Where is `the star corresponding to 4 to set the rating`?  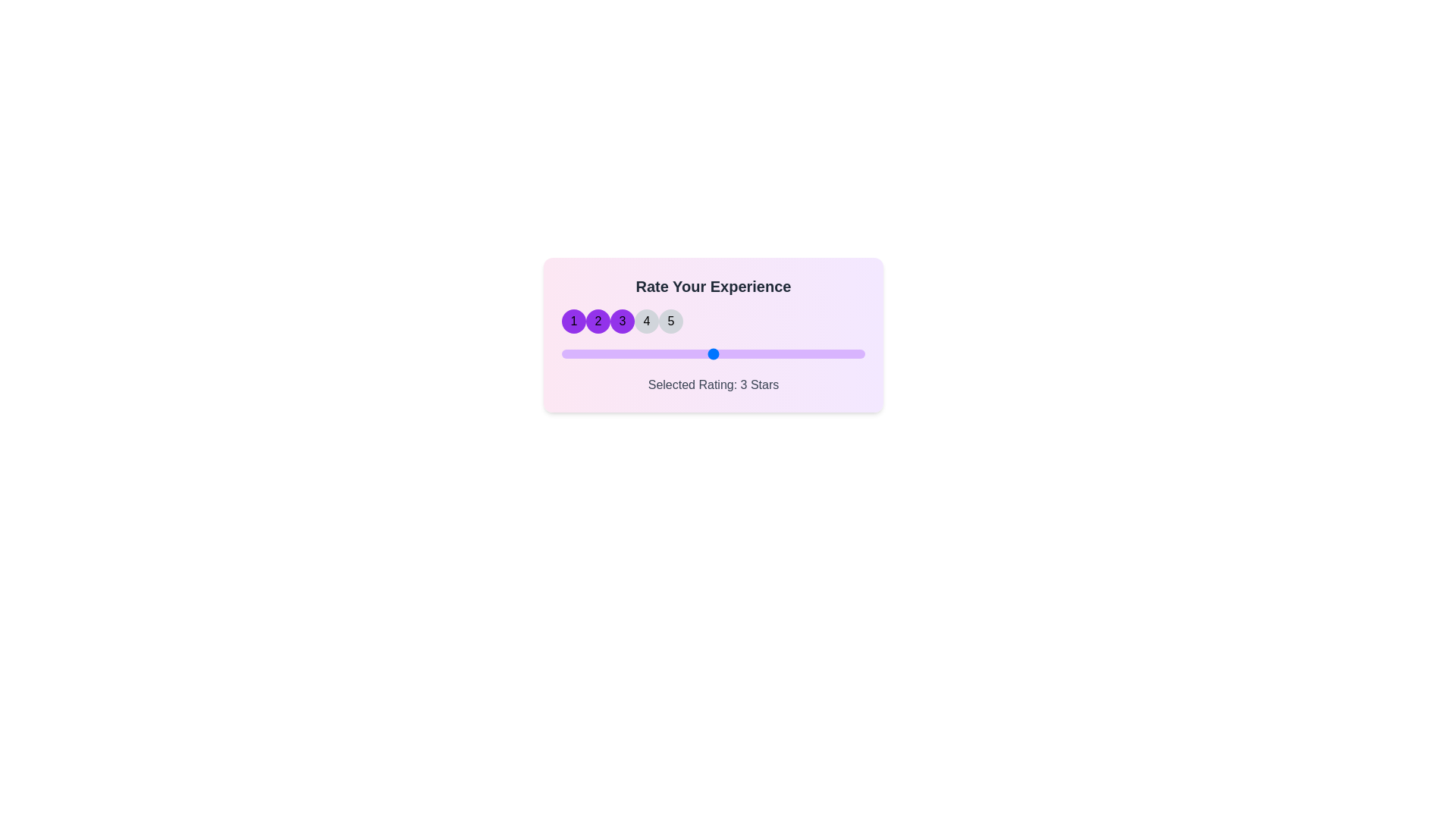
the star corresponding to 4 to set the rating is located at coordinates (647, 321).